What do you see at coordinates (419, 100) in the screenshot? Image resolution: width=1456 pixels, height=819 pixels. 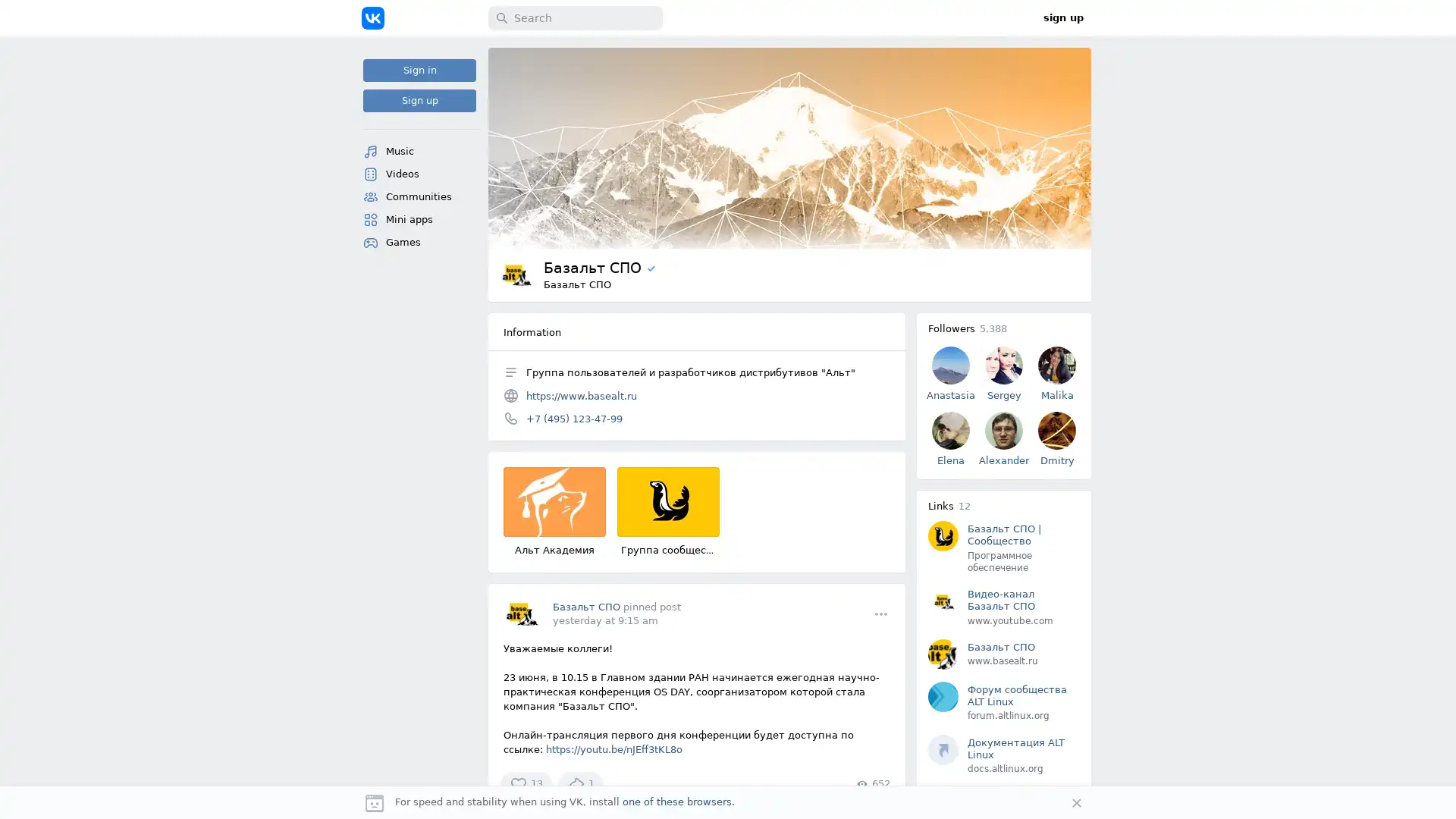 I see `Sign up` at bounding box center [419, 100].